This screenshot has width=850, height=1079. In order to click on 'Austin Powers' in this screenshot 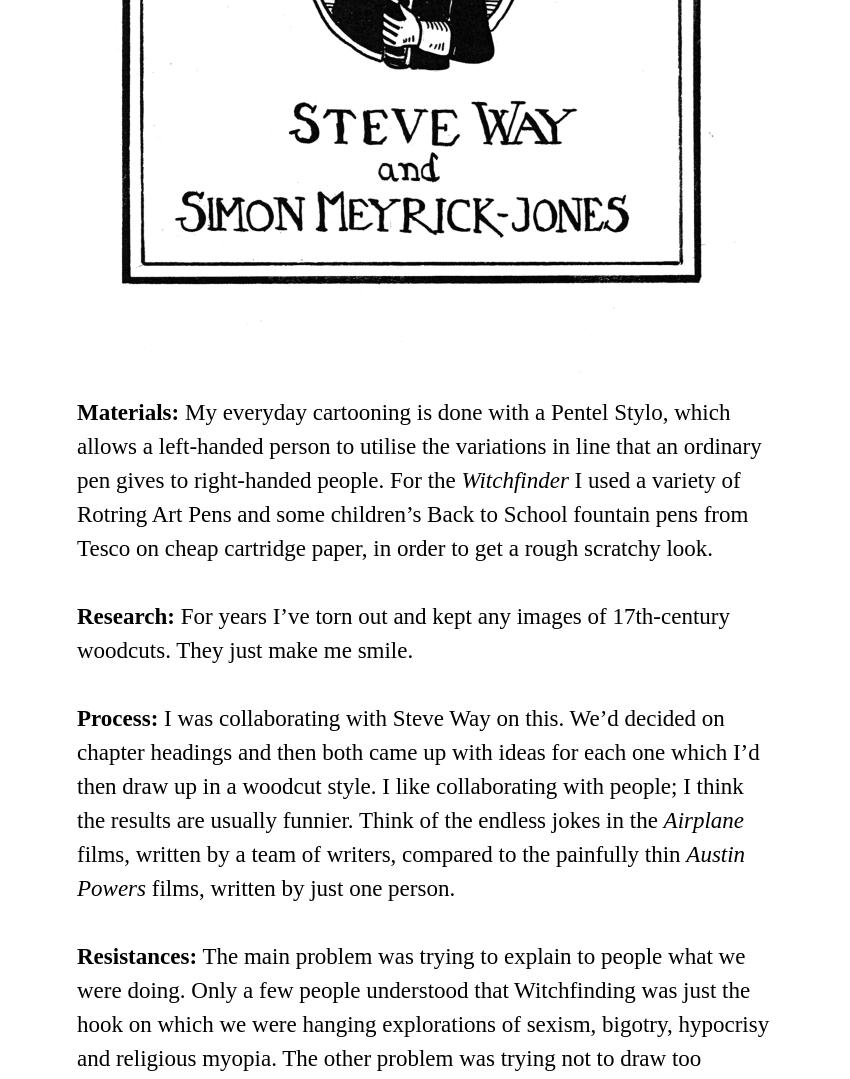, I will do `click(410, 870)`.